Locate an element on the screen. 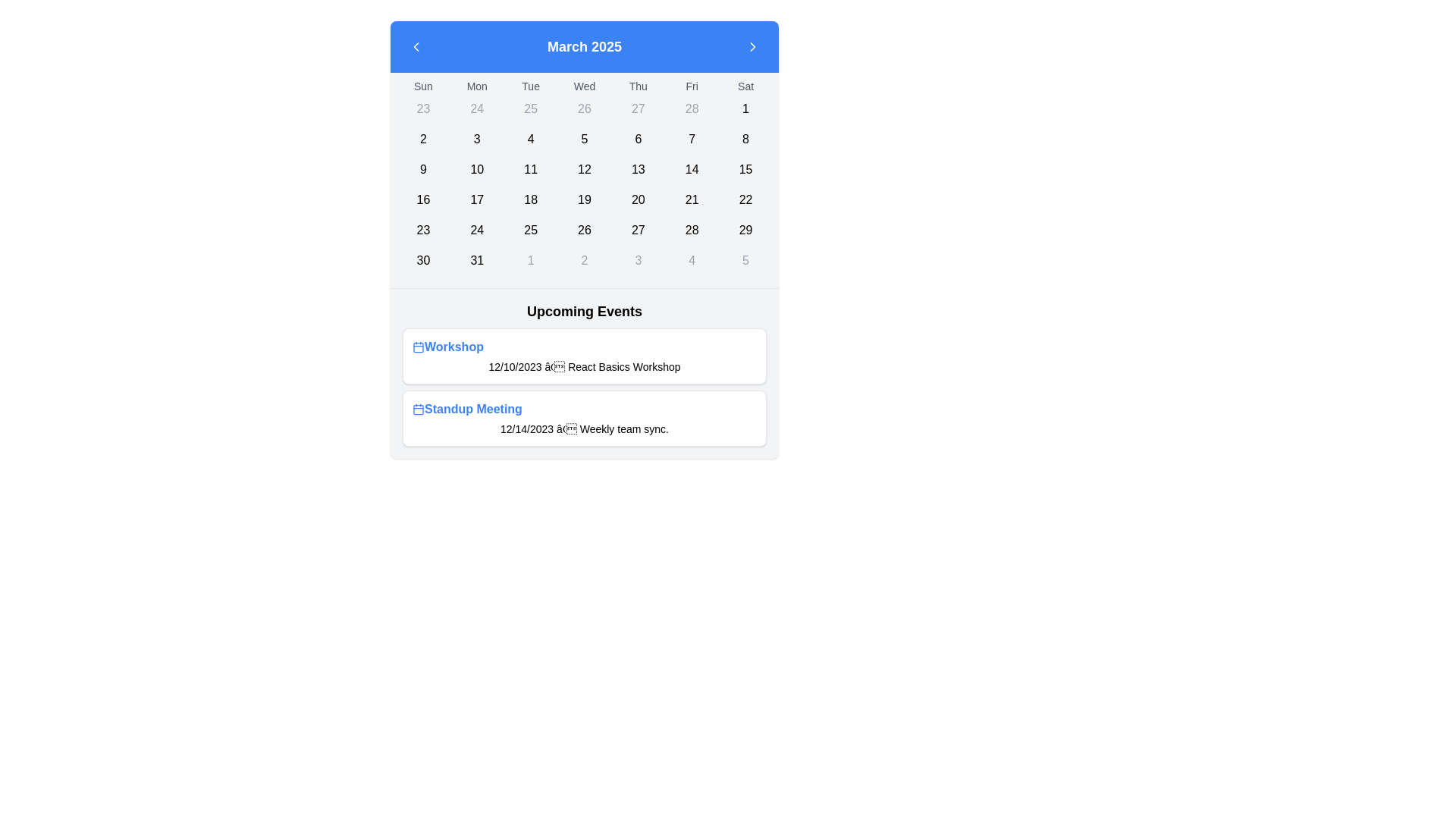  the Banner header at the top of the calendar, which indicates the current month and year is located at coordinates (584, 45).